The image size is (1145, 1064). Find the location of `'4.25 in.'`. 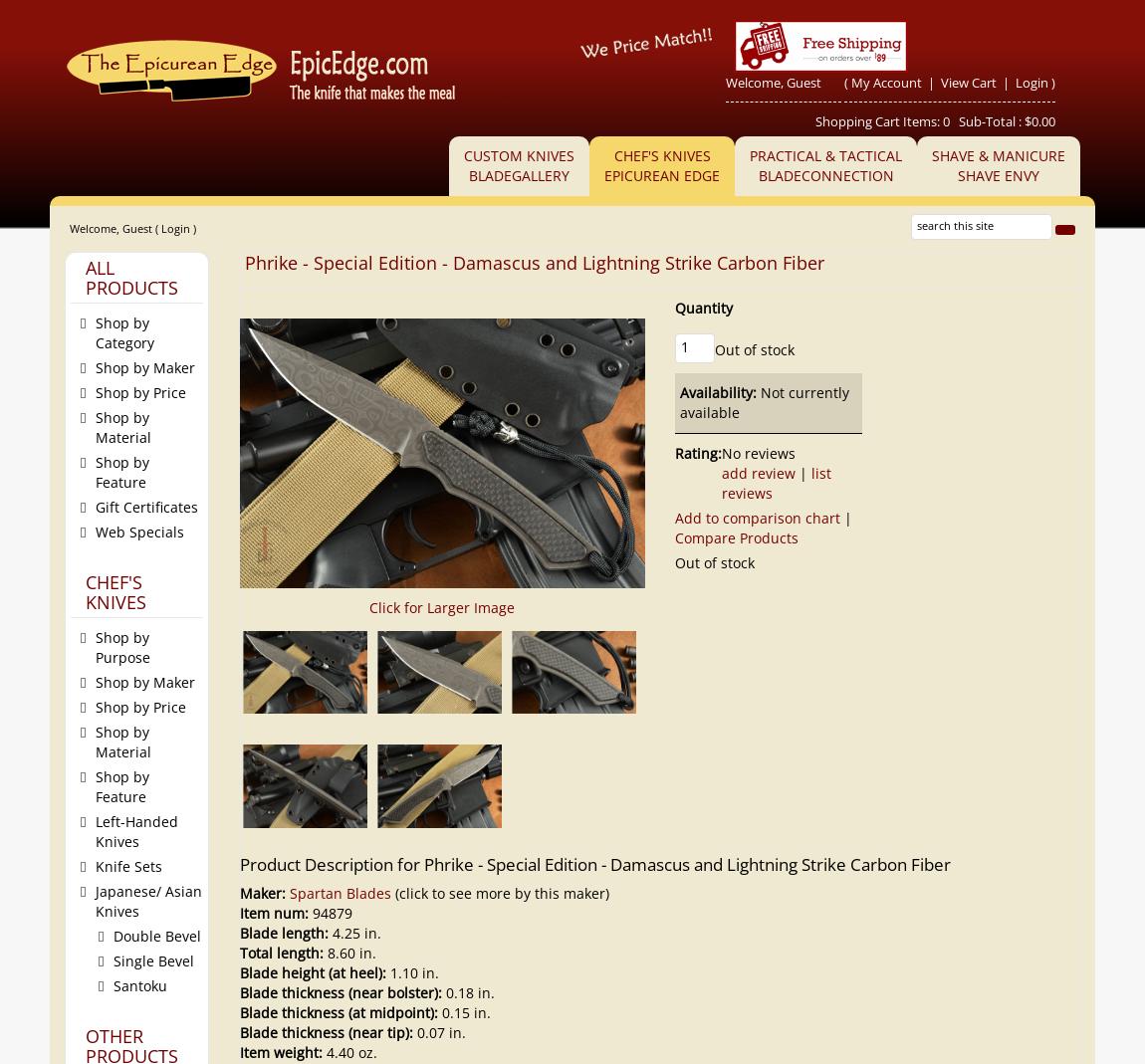

'4.25 in.' is located at coordinates (354, 932).